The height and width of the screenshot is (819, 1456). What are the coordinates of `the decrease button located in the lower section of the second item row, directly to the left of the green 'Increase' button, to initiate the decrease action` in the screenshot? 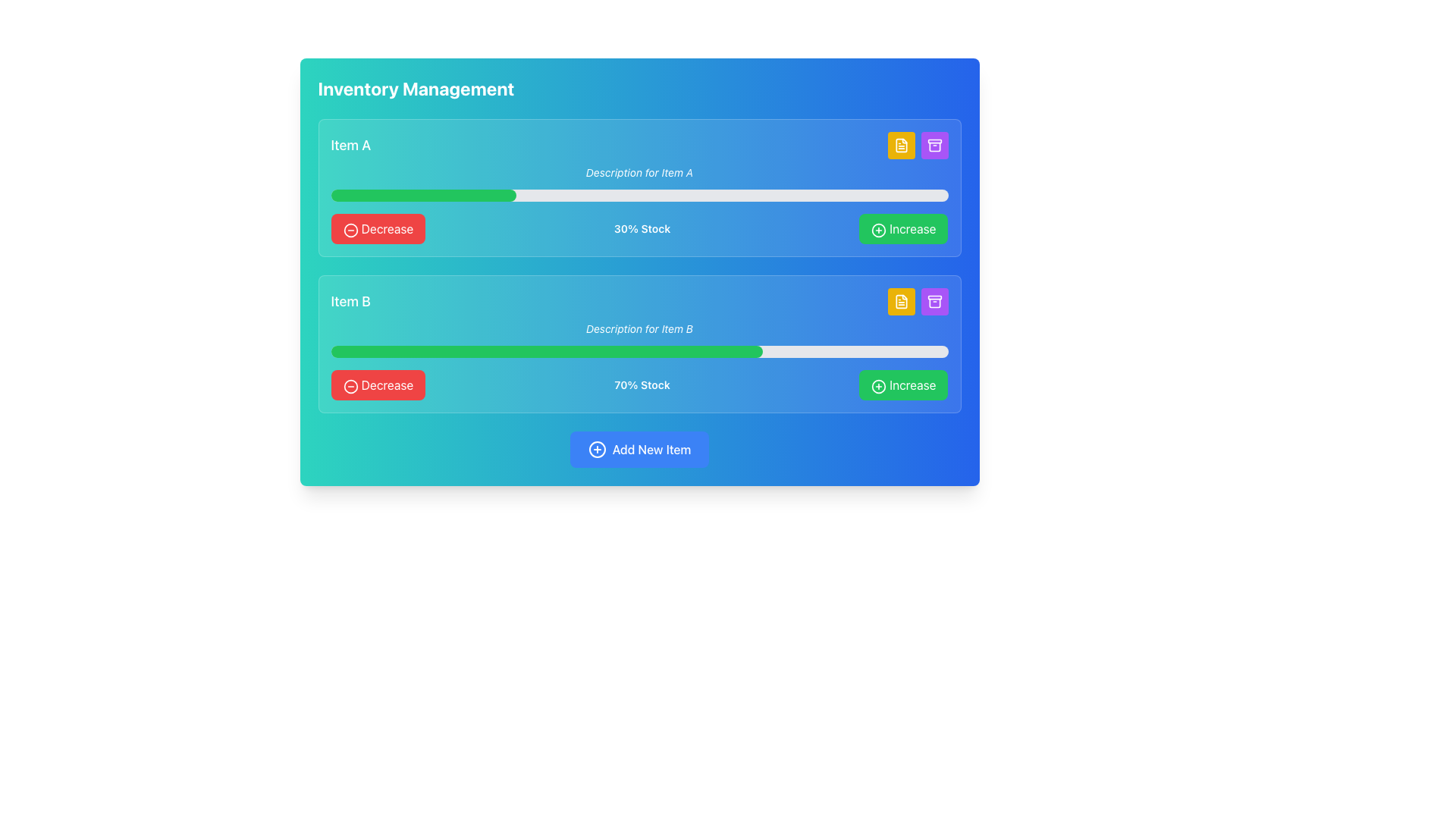 It's located at (378, 384).